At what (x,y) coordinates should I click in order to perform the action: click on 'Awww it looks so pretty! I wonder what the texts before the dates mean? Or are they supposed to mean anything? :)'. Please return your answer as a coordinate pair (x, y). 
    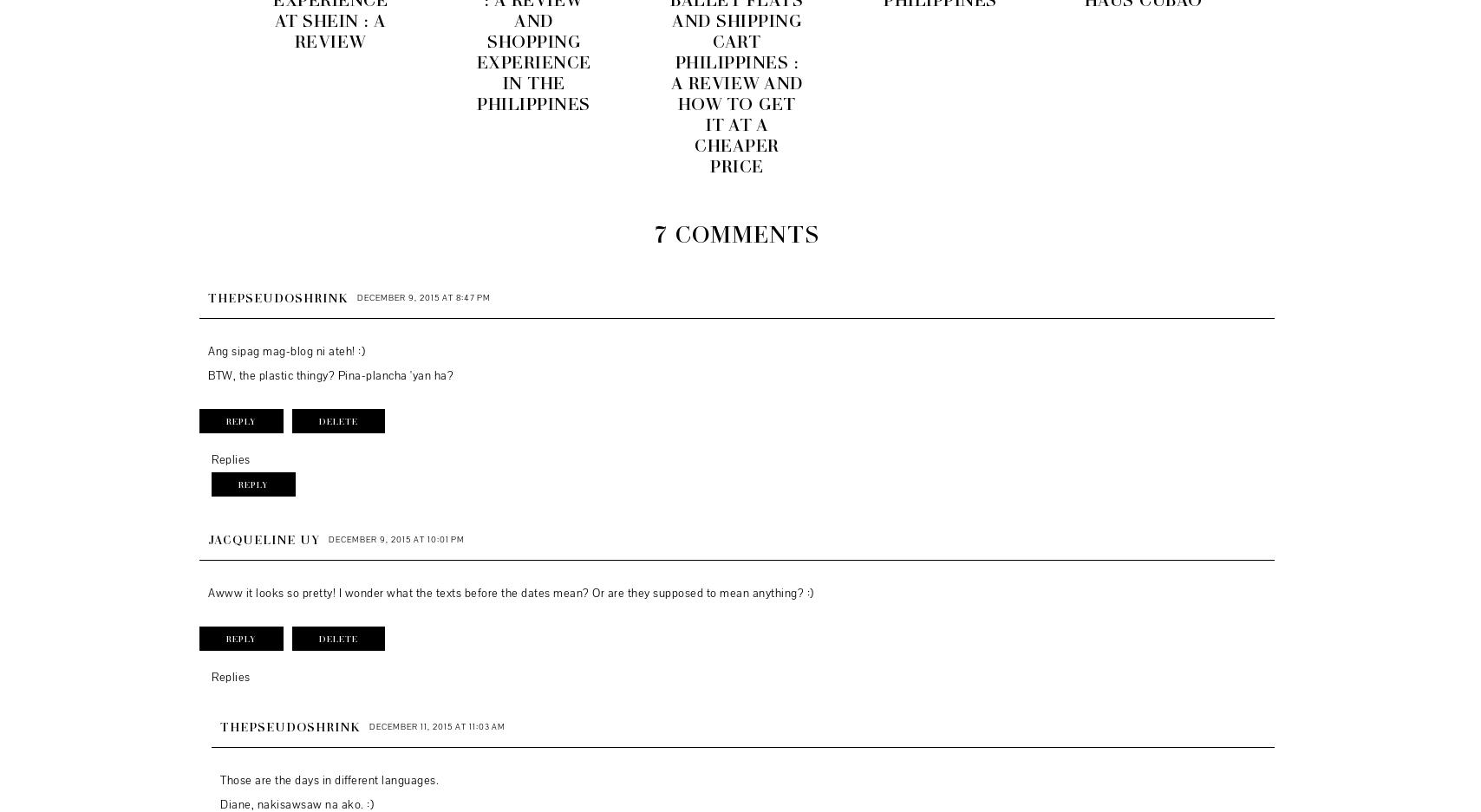
    Looking at the image, I should click on (206, 592).